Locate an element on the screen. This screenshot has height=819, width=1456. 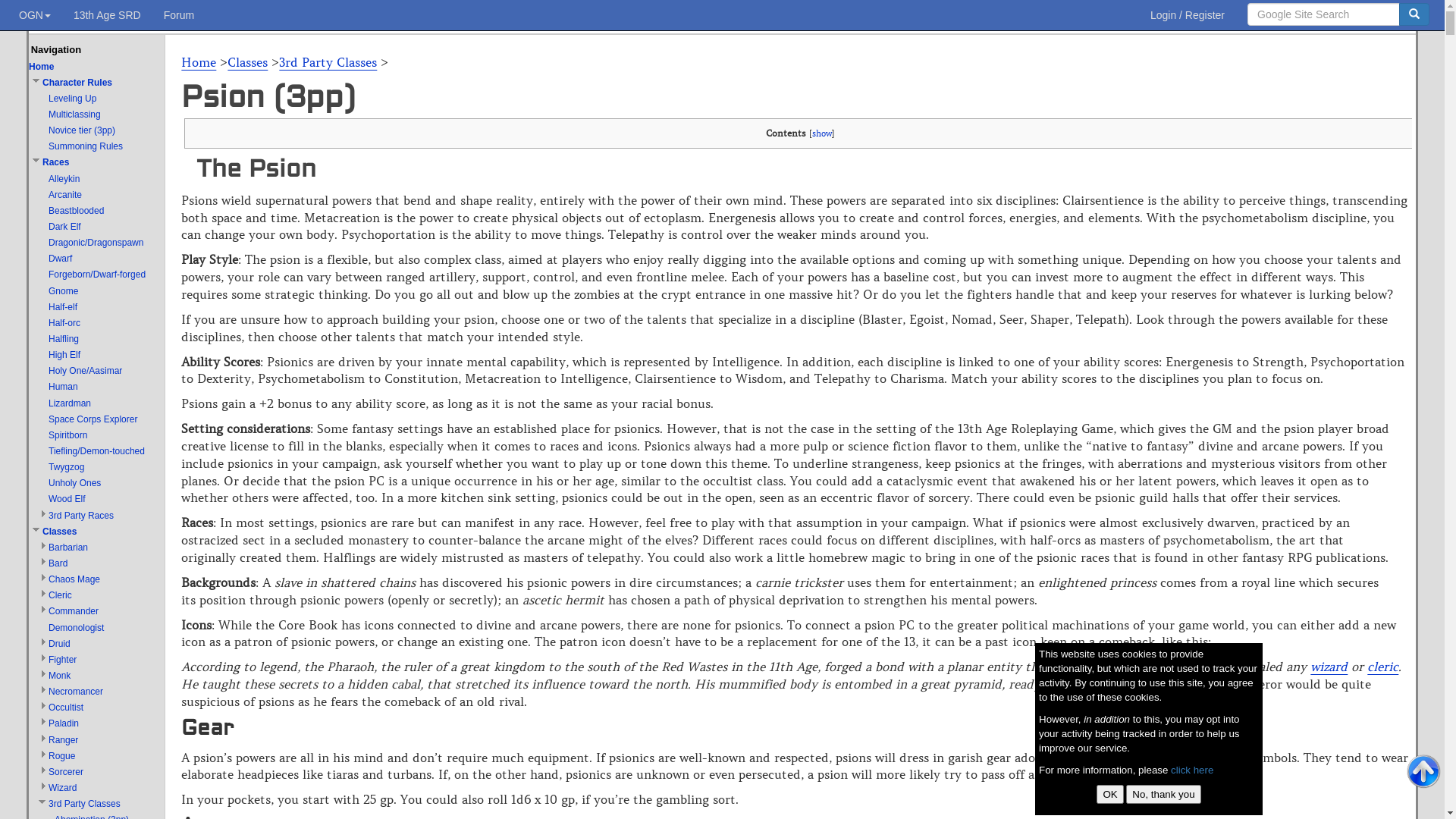
'wizard' is located at coordinates (1310, 666).